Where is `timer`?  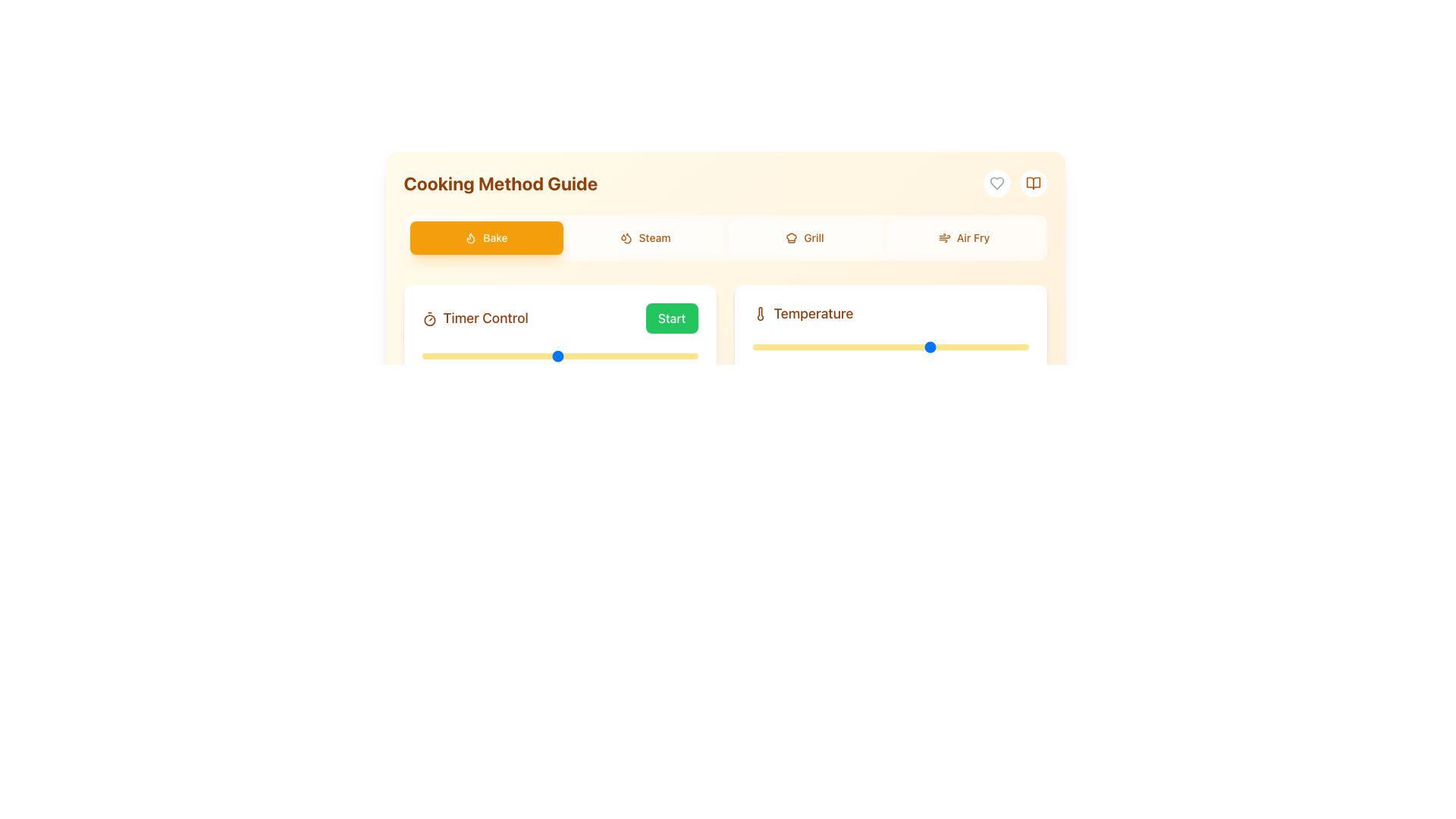
timer is located at coordinates (422, 356).